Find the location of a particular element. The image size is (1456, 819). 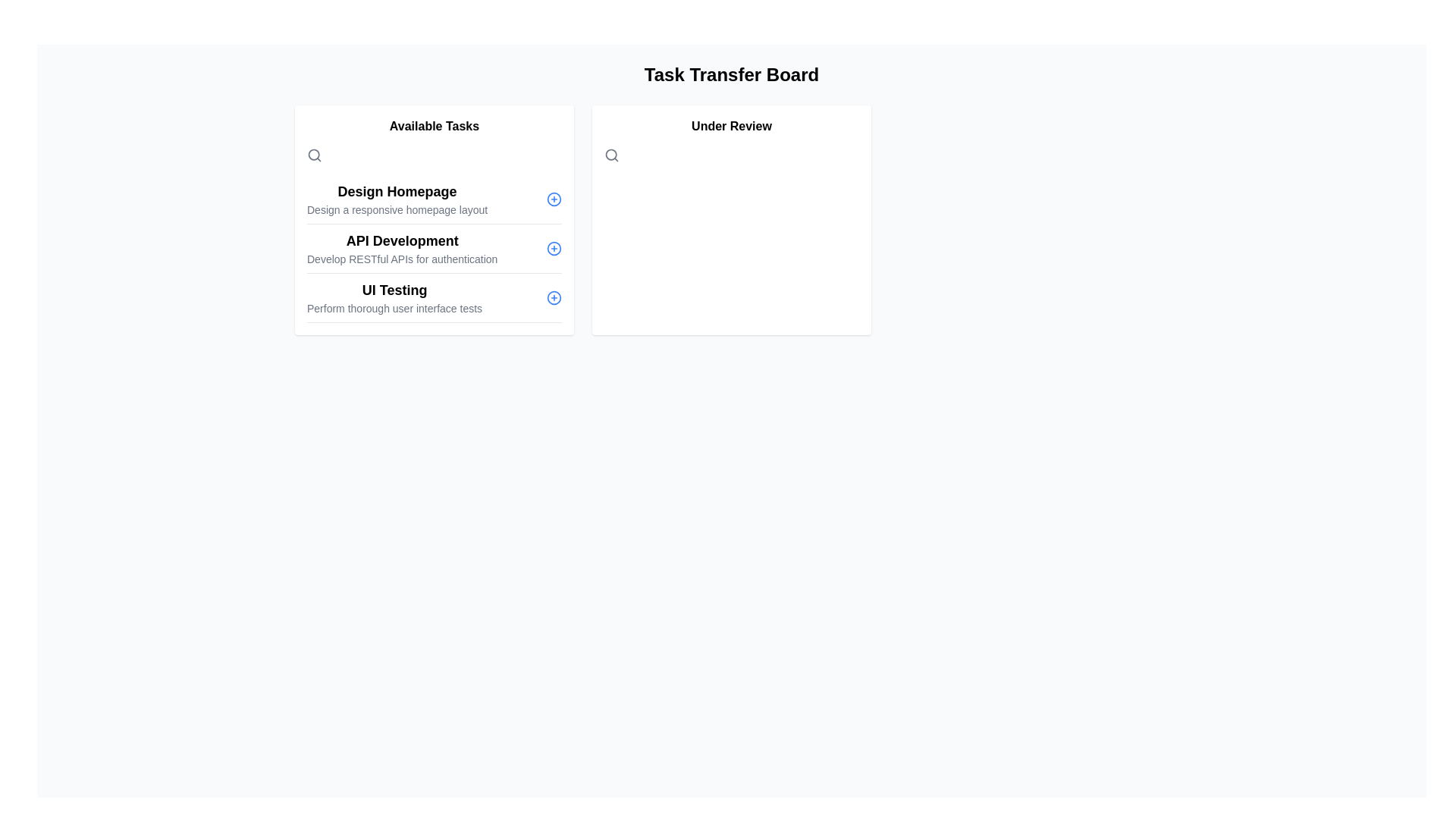

the List item labeled 'Design Homepage' is located at coordinates (433, 199).